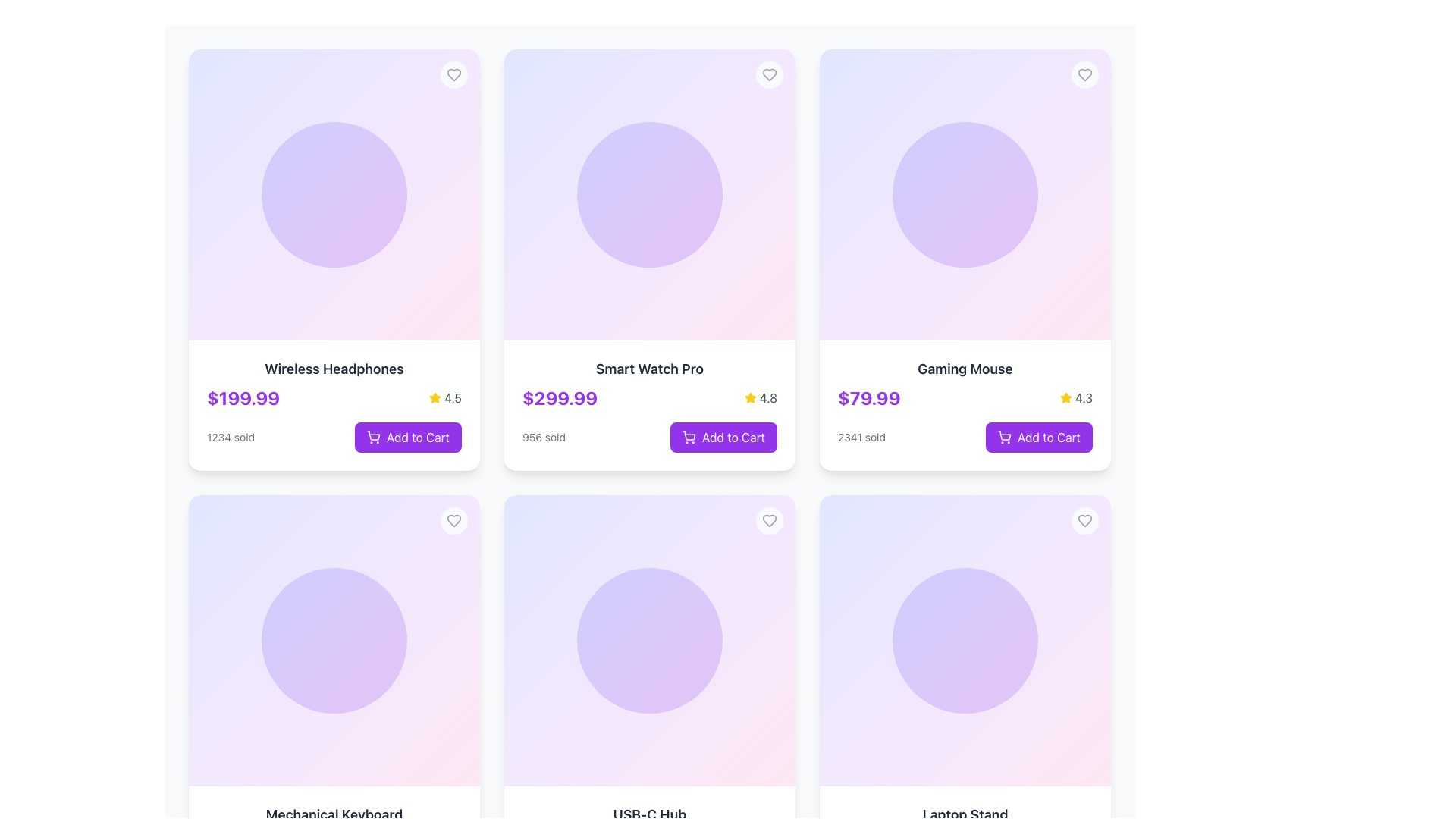 This screenshot has height=819, width=1456. Describe the element at coordinates (1084, 75) in the screenshot. I see `the favorite button with an icon located at the top-right corner of the 'Gaming Mouse' product card` at that location.